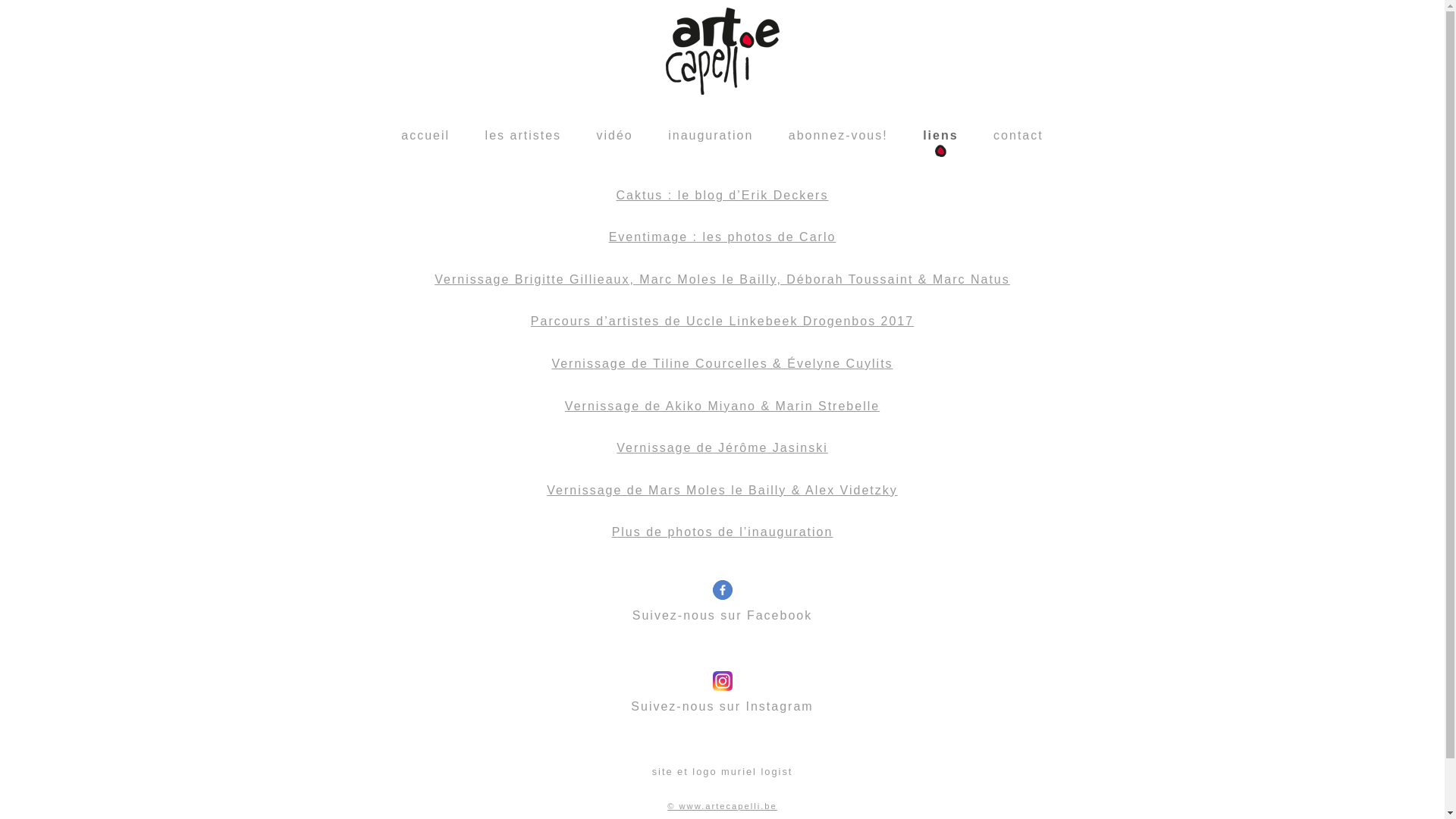  I want to click on 'contact', so click(993, 134).